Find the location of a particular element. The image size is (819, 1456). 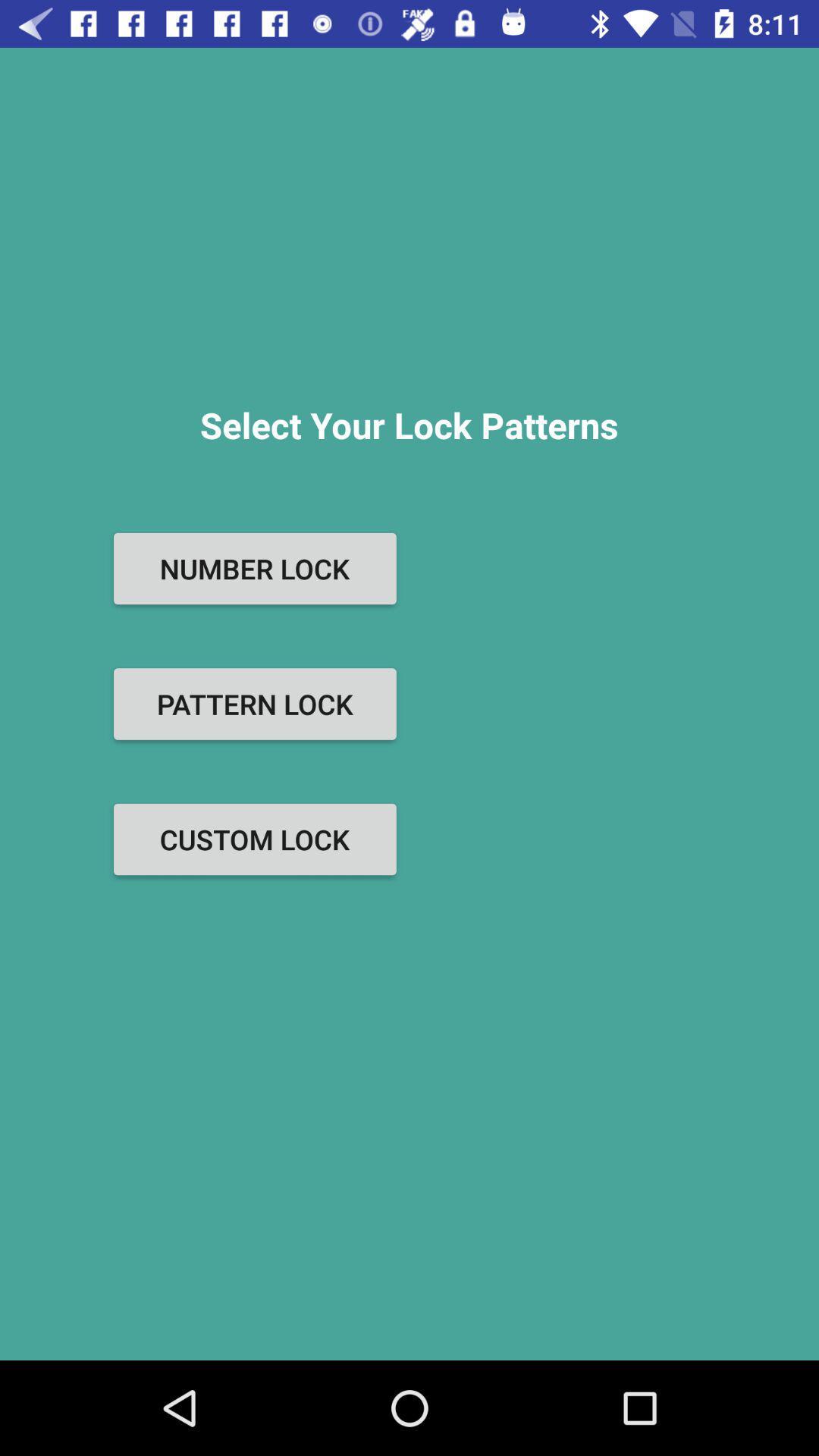

custom lock is located at coordinates (254, 839).